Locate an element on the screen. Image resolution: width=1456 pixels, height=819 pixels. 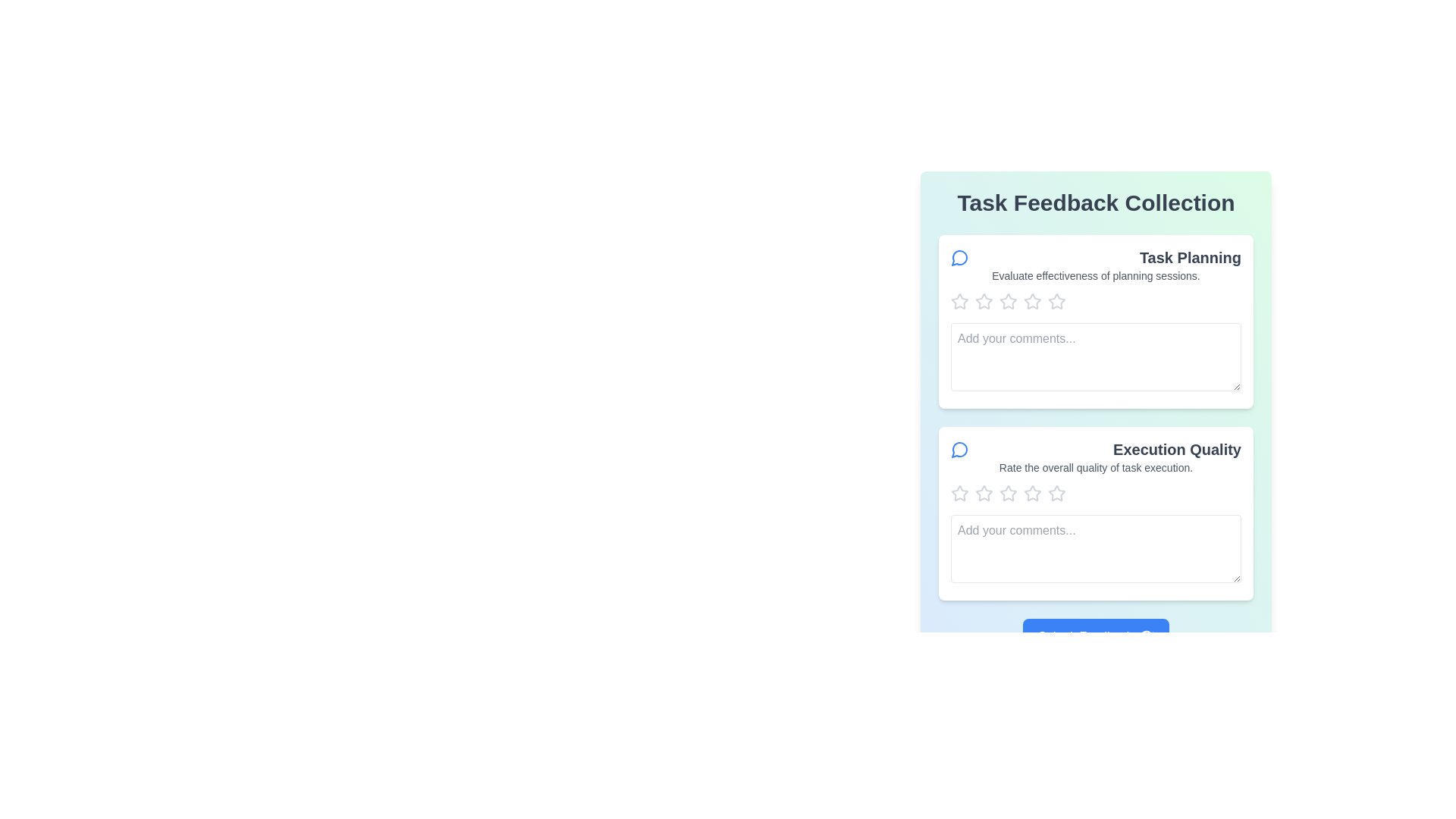
the first Rating Star Icon, which is a hollow star in light gray color is located at coordinates (959, 301).